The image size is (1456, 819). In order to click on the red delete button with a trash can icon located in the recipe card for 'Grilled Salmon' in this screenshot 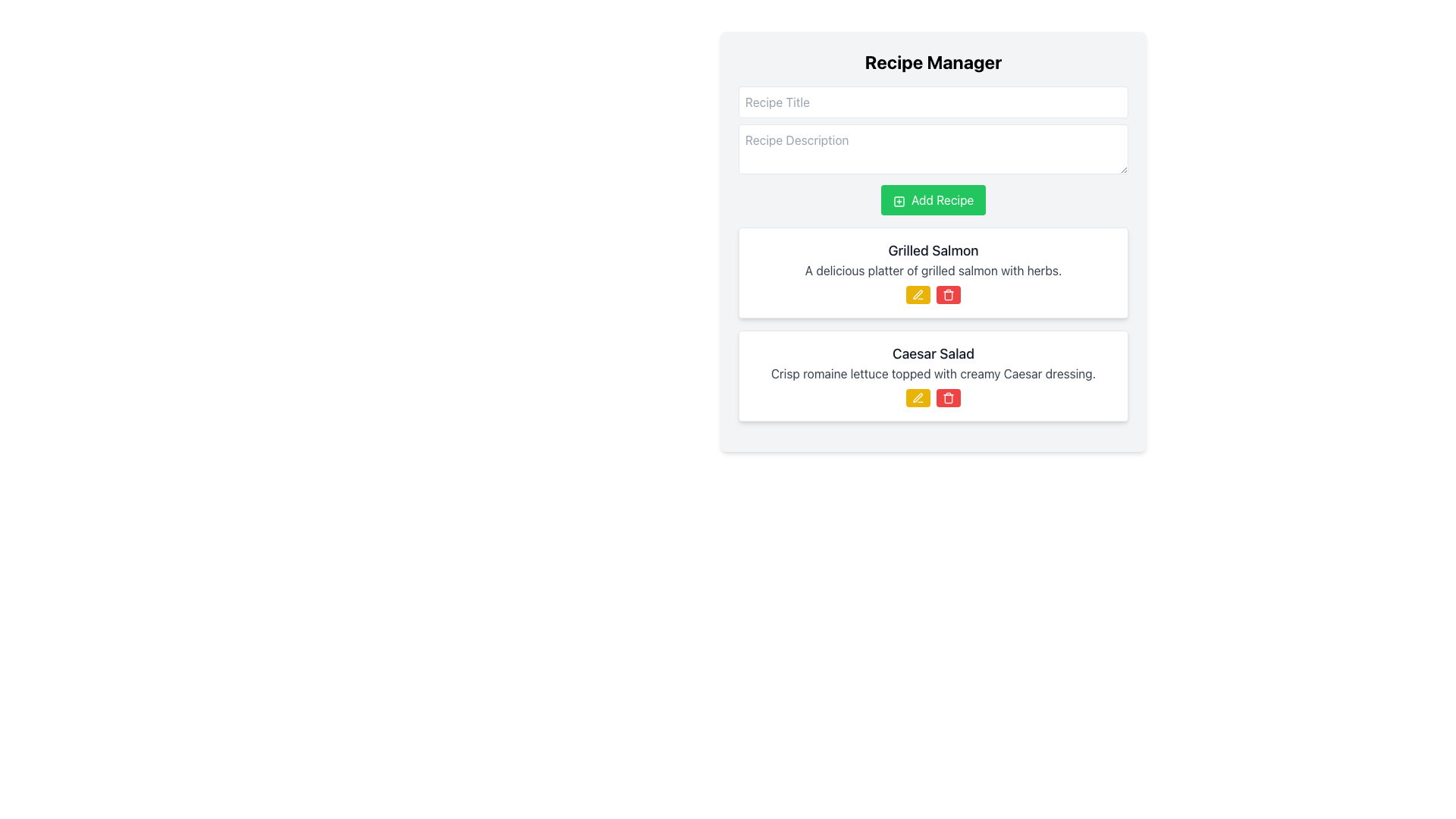, I will do `click(948, 295)`.